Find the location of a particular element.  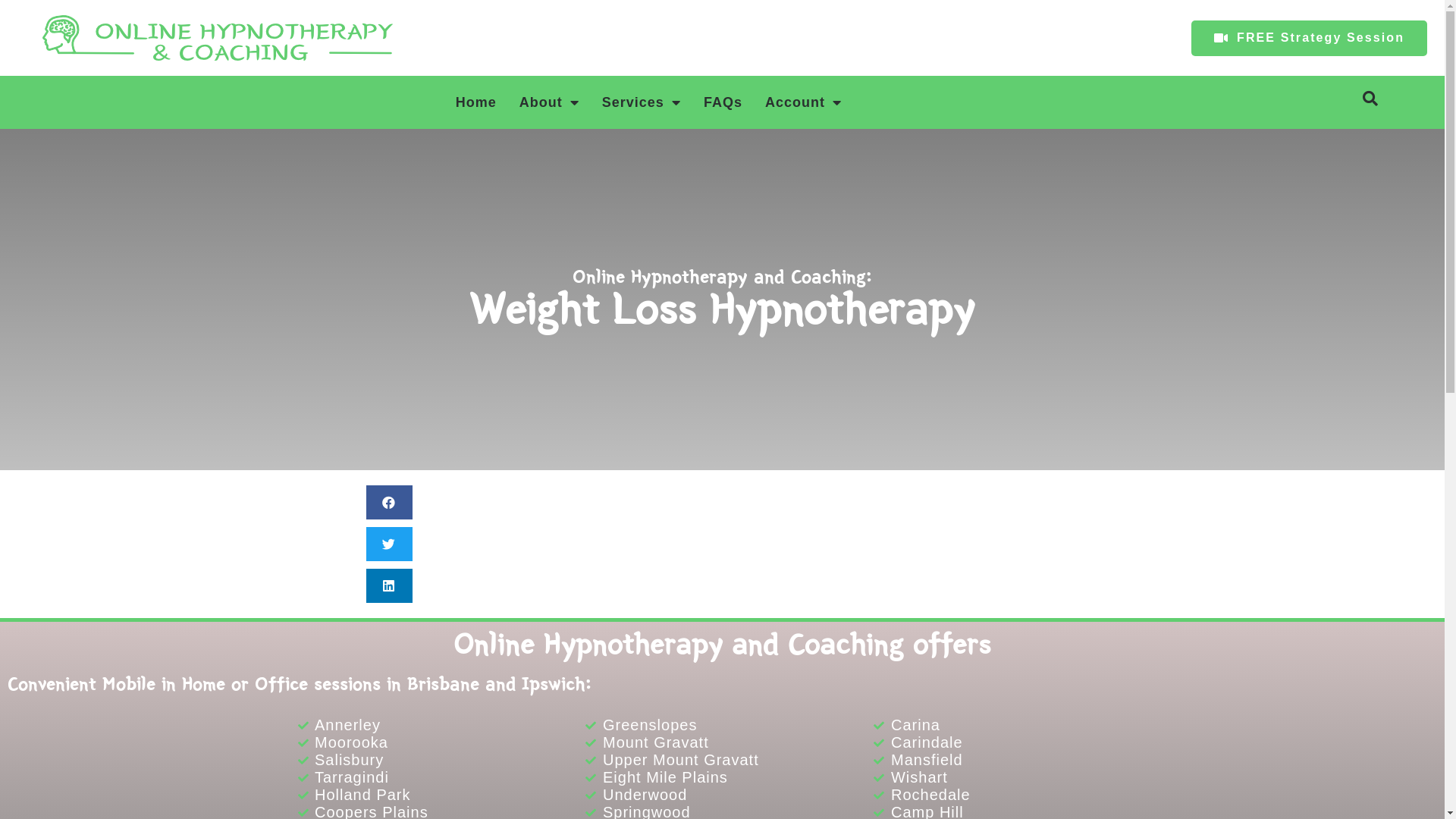

'Services' is located at coordinates (589, 102).